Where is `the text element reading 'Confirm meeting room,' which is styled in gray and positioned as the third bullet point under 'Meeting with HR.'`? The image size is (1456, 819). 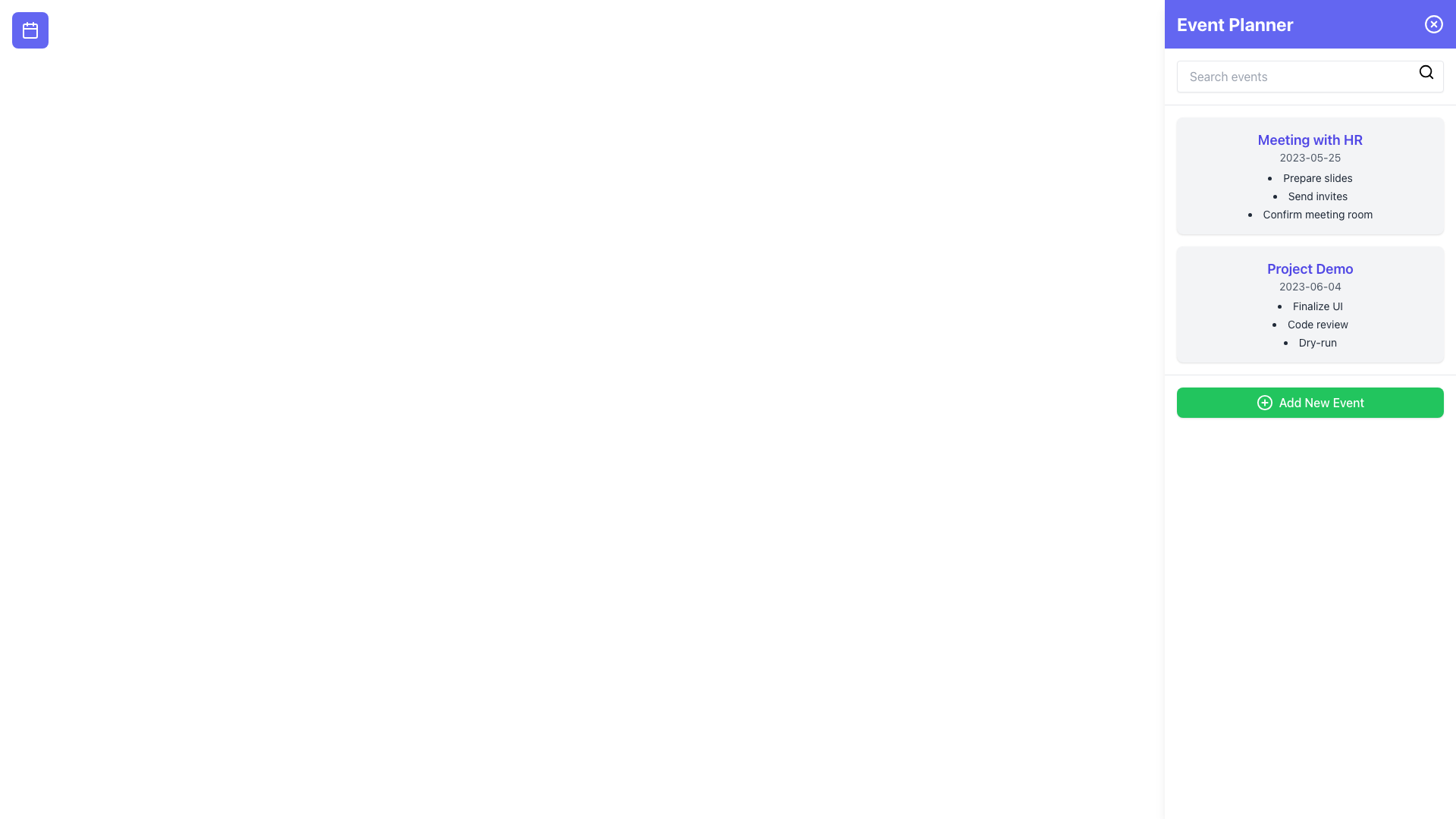
the text element reading 'Confirm meeting room,' which is styled in gray and positioned as the third bullet point under 'Meeting with HR.' is located at coordinates (1310, 214).